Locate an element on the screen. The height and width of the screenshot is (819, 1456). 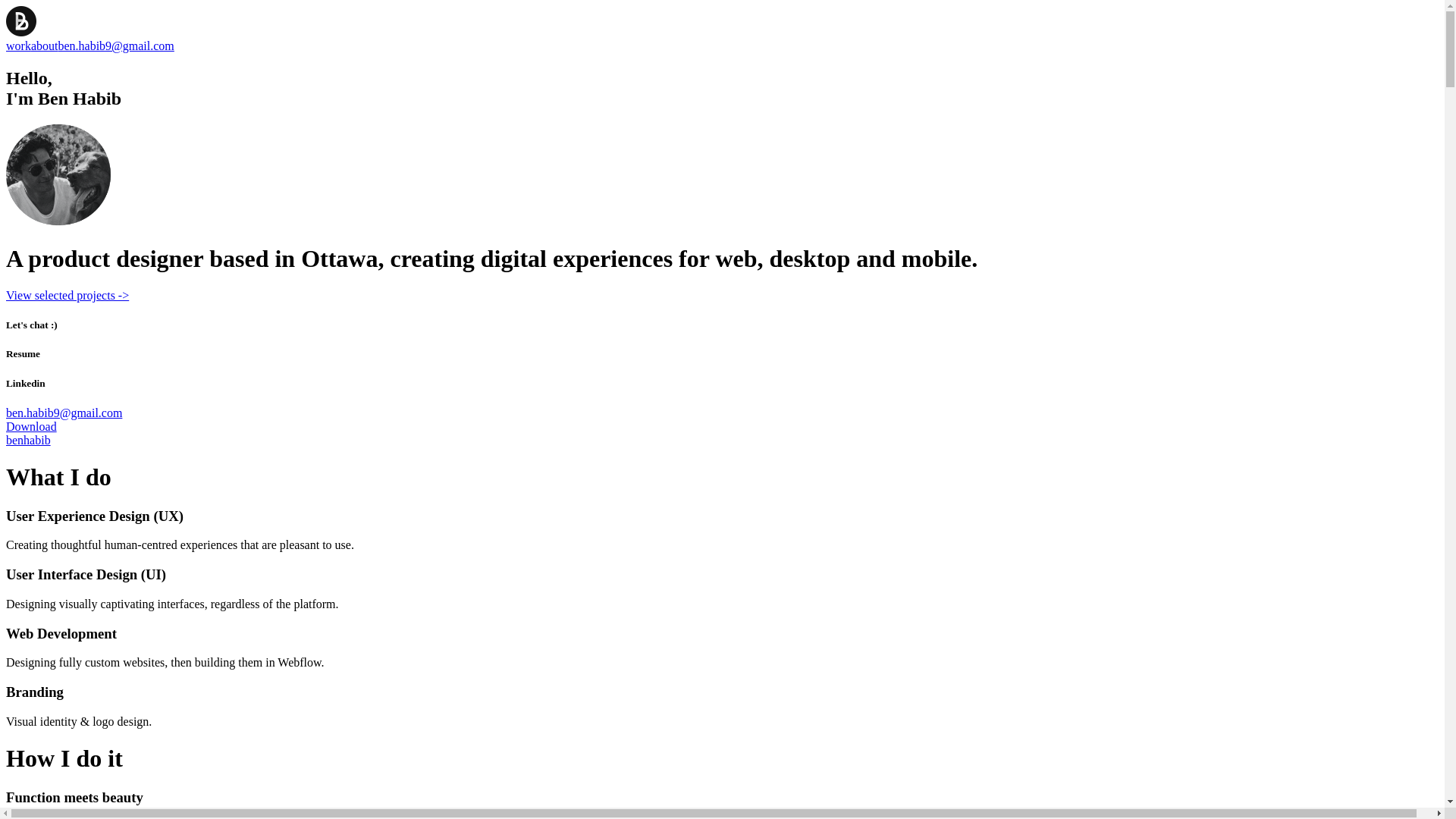
'ben.habib9@gmail.com' is located at coordinates (6, 413).